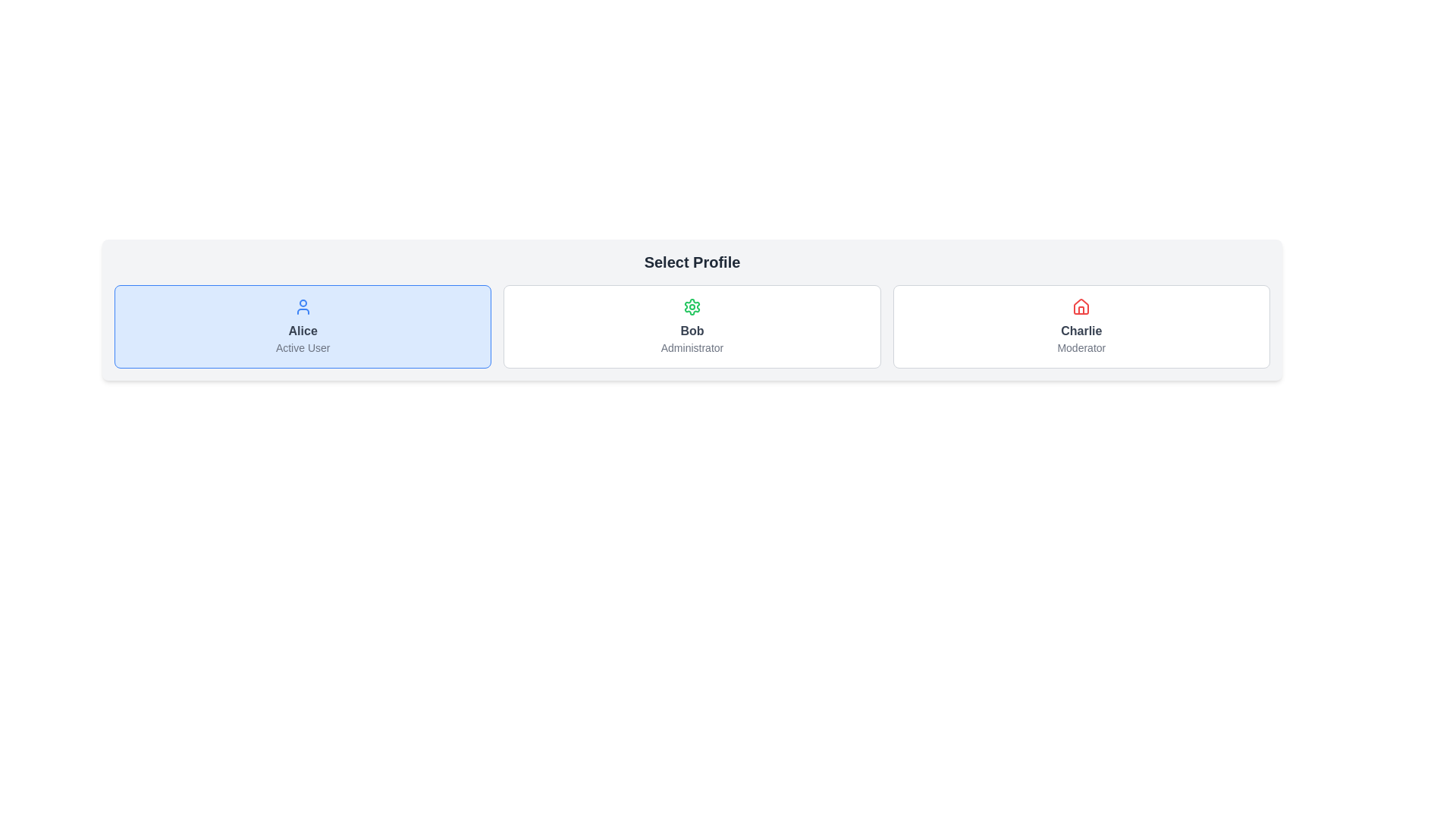 The height and width of the screenshot is (819, 1456). What do you see at coordinates (691, 330) in the screenshot?
I see `the bold text displaying the name 'Bob'` at bounding box center [691, 330].